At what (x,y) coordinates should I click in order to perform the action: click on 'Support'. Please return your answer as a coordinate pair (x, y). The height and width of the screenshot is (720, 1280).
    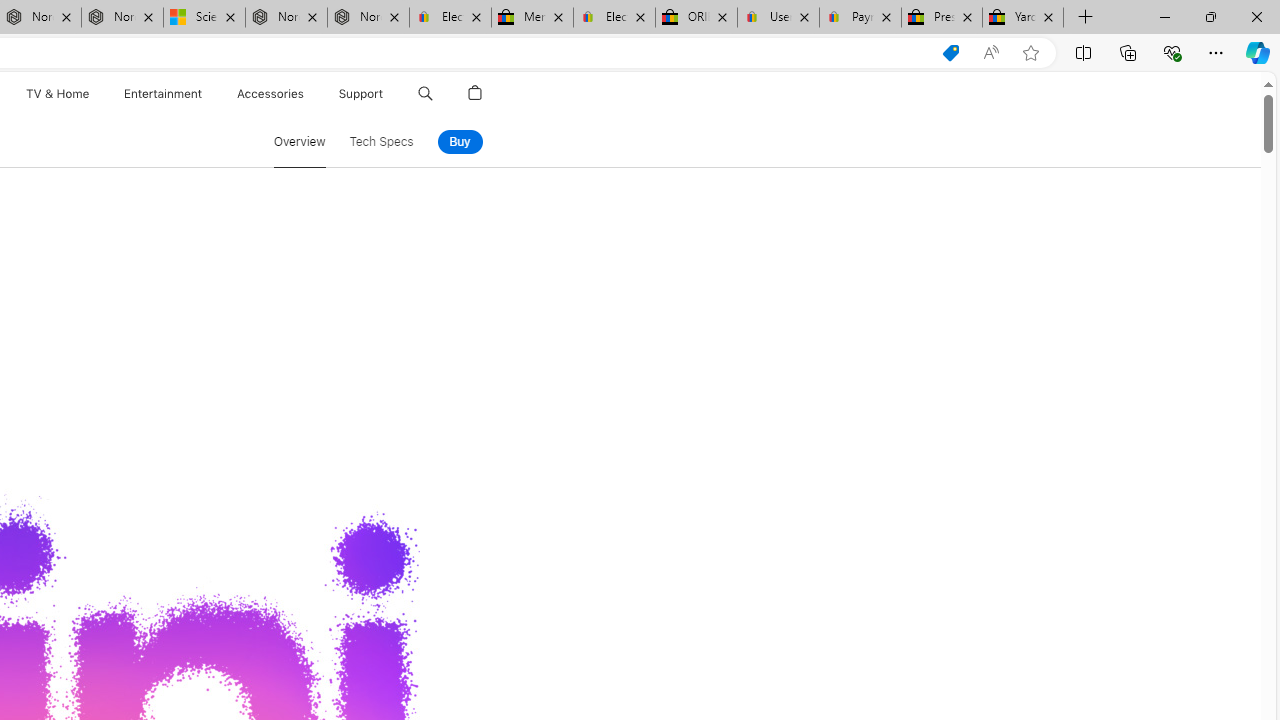
    Looking at the image, I should click on (361, 93).